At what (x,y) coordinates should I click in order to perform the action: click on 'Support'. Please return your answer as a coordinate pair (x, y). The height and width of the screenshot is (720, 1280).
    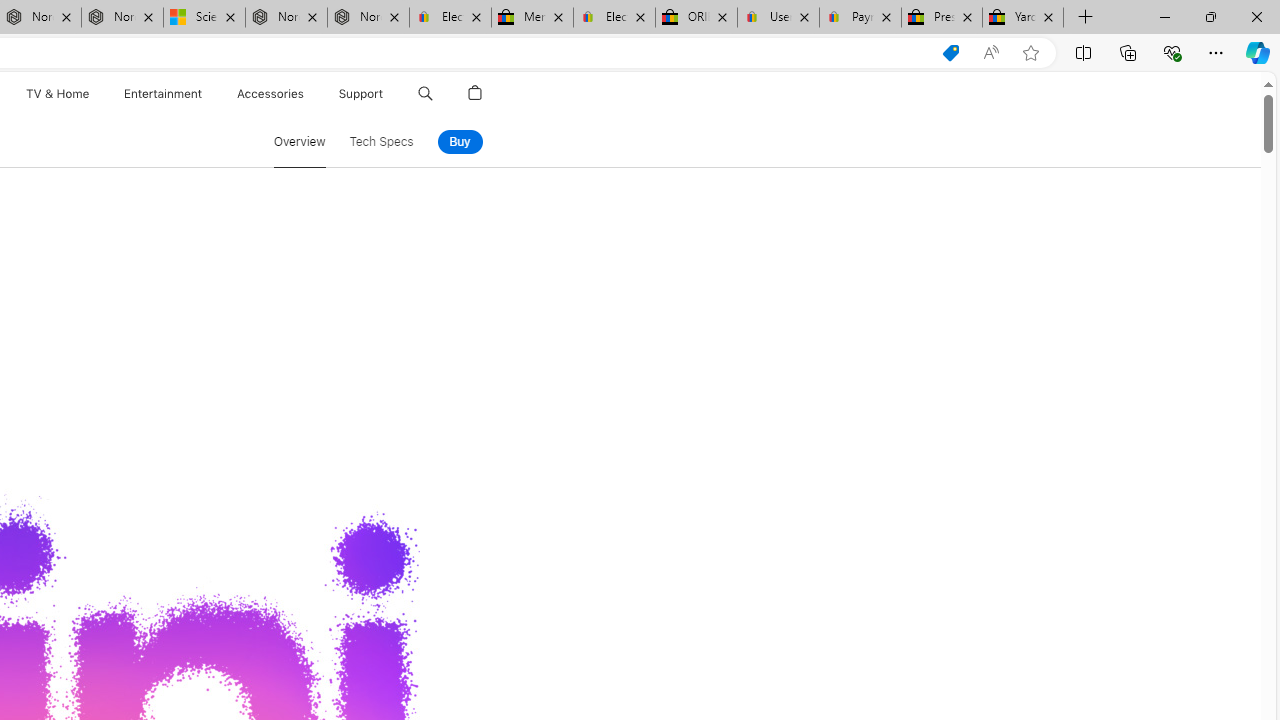
    Looking at the image, I should click on (361, 93).